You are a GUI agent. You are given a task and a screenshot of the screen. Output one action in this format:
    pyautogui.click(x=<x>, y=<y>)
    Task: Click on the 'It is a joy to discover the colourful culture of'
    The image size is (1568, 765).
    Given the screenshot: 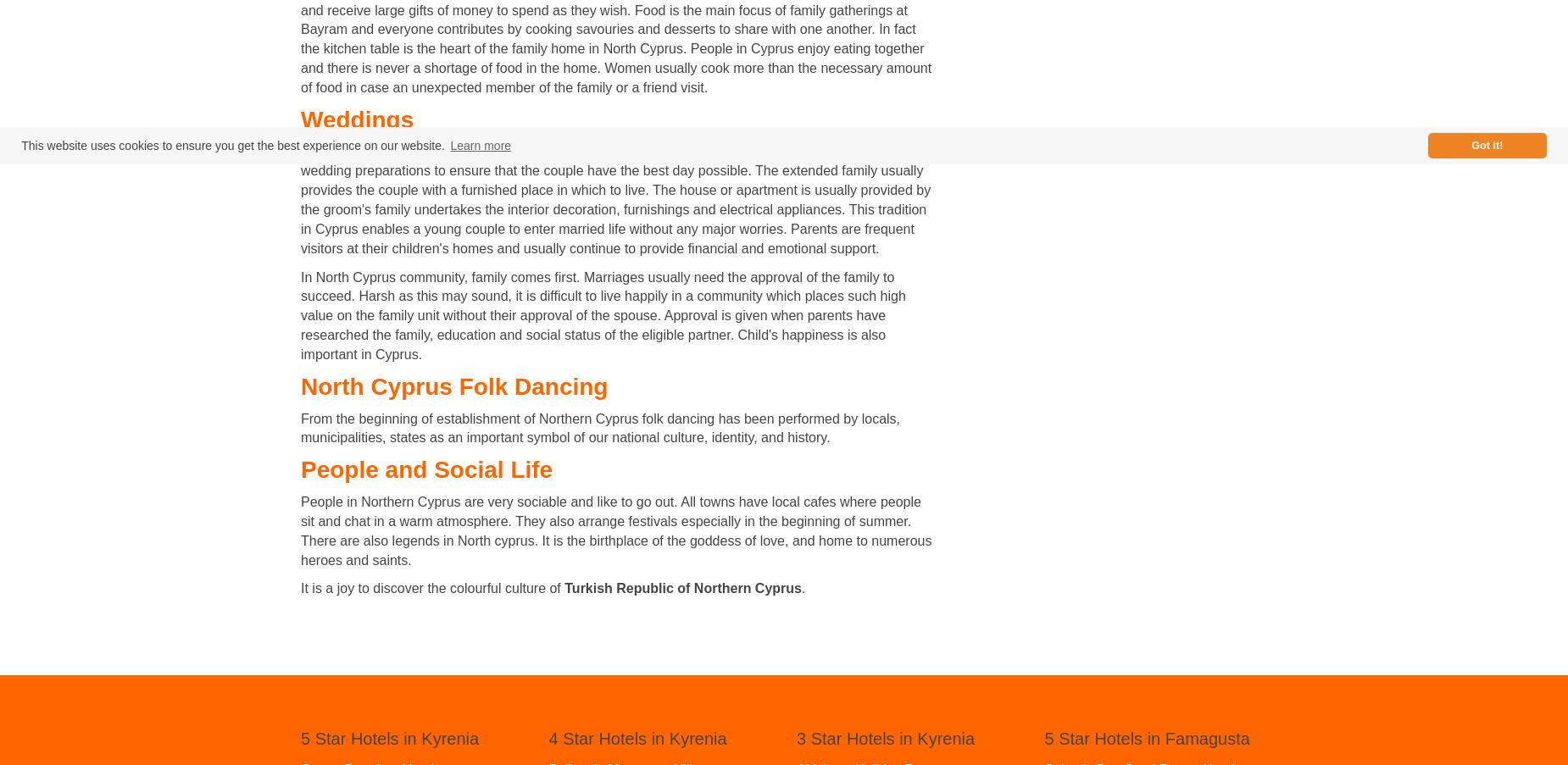 What is the action you would take?
    pyautogui.click(x=432, y=587)
    